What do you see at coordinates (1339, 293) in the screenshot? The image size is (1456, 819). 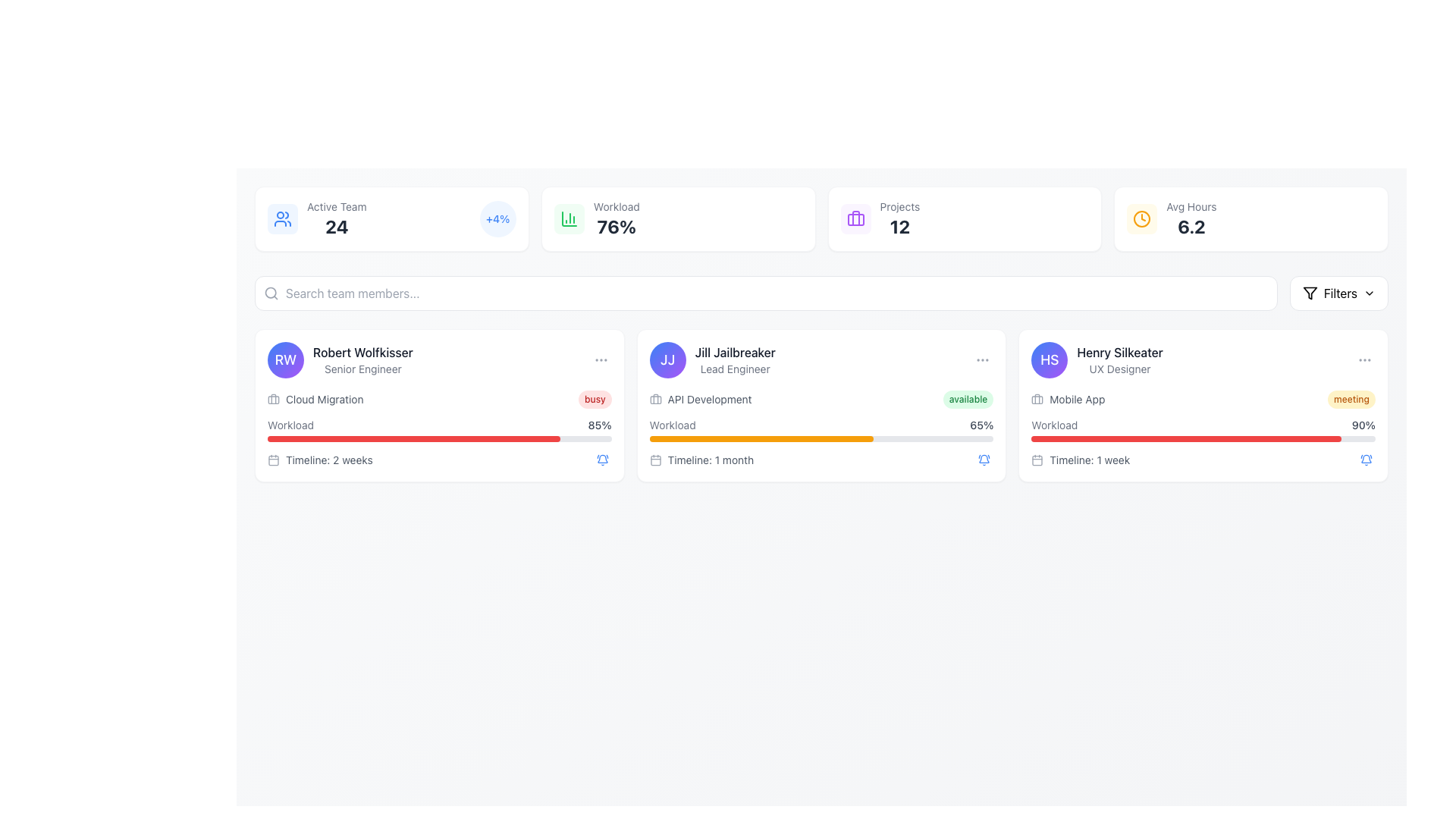 I see `the rectangular button labeled 'Filters' with a filter icon and downward chevron icon, located at the top-right area of the interface` at bounding box center [1339, 293].